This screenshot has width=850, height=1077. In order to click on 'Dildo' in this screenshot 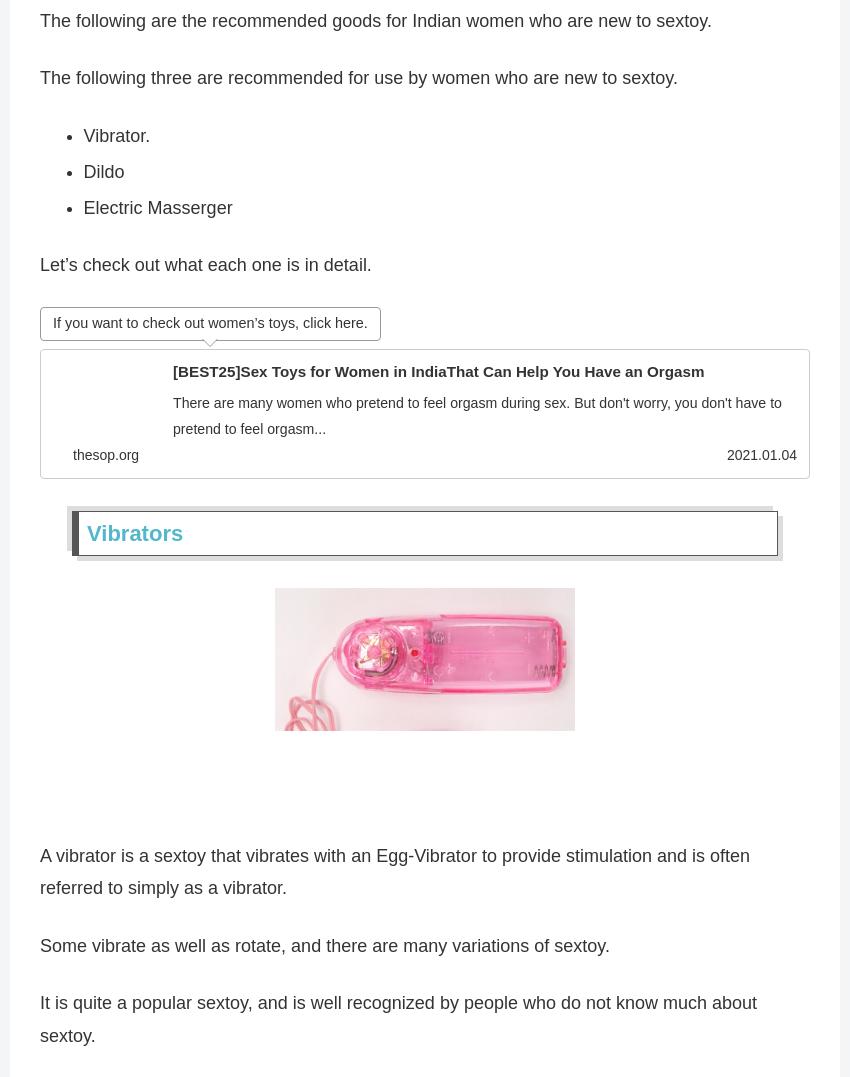, I will do `click(102, 175)`.